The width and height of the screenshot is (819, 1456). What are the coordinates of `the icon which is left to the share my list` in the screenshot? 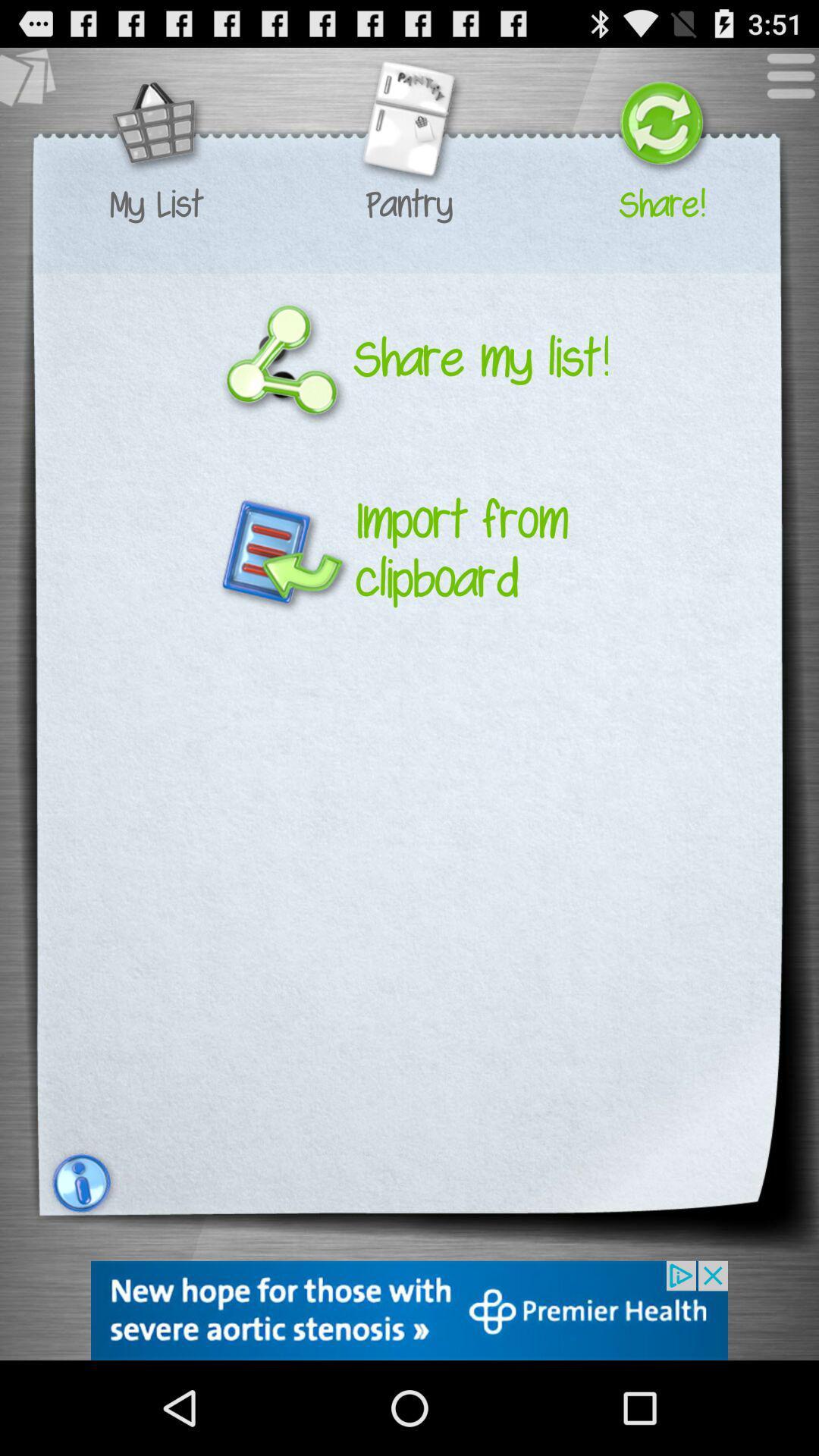 It's located at (282, 359).